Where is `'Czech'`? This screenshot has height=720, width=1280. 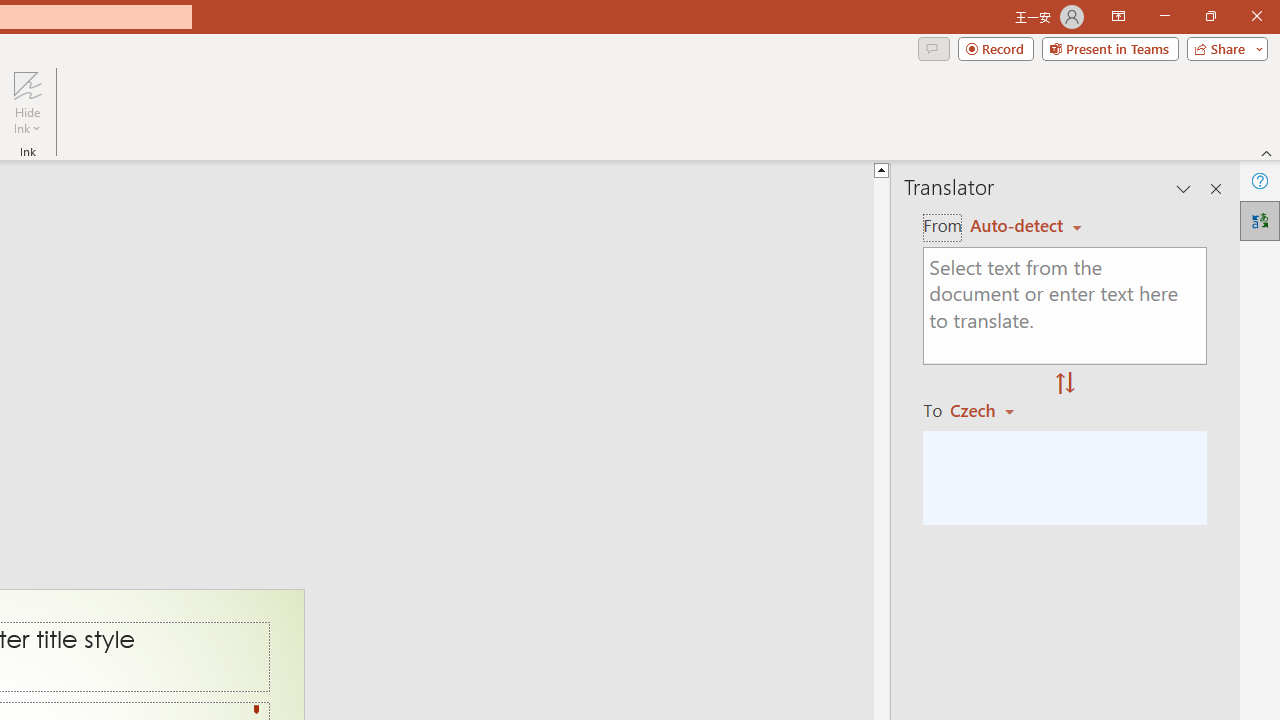
'Czech' is located at coordinates (991, 409).